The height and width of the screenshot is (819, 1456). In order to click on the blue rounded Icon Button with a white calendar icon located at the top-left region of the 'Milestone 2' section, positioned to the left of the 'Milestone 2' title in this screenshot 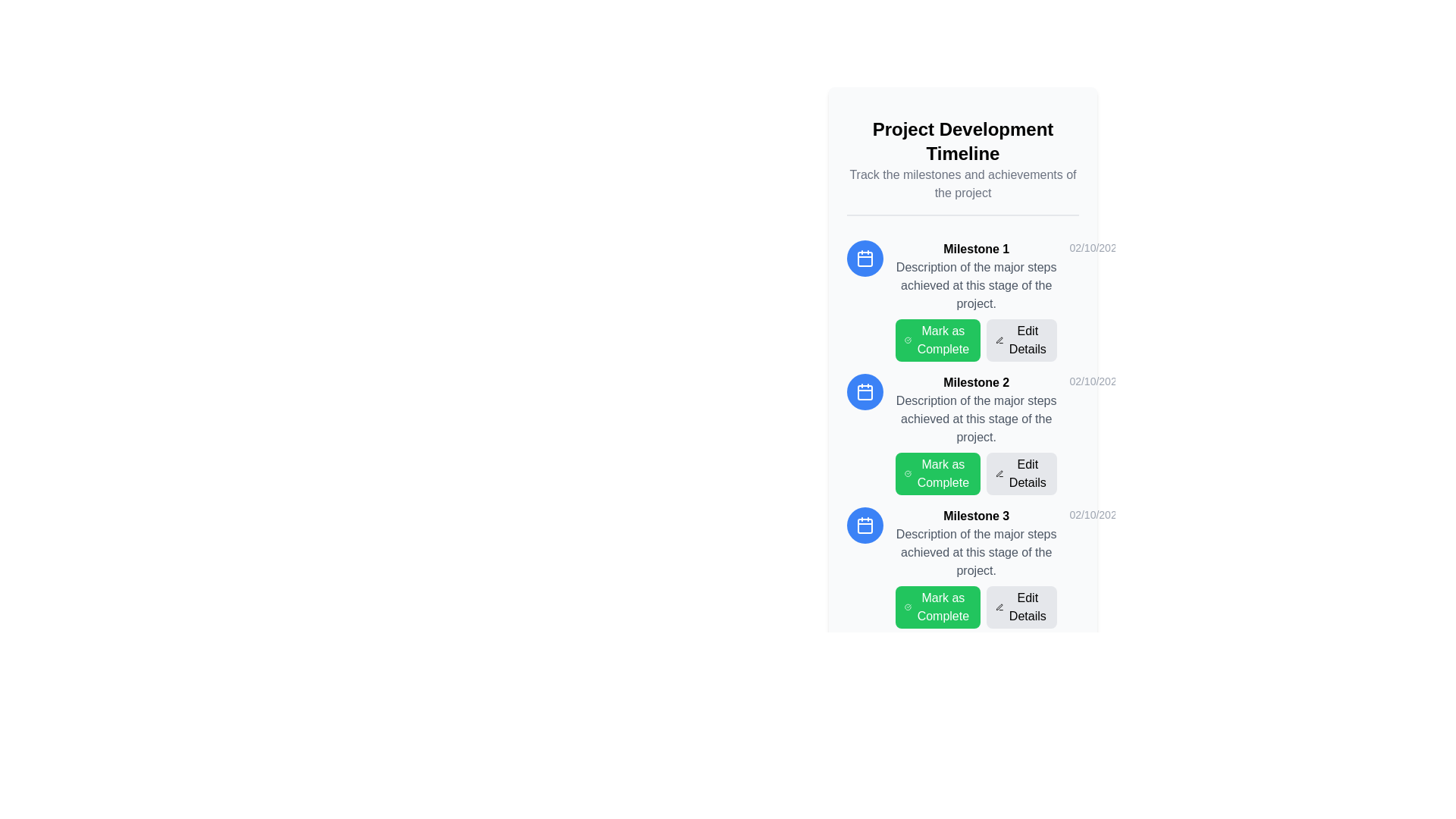, I will do `click(865, 391)`.